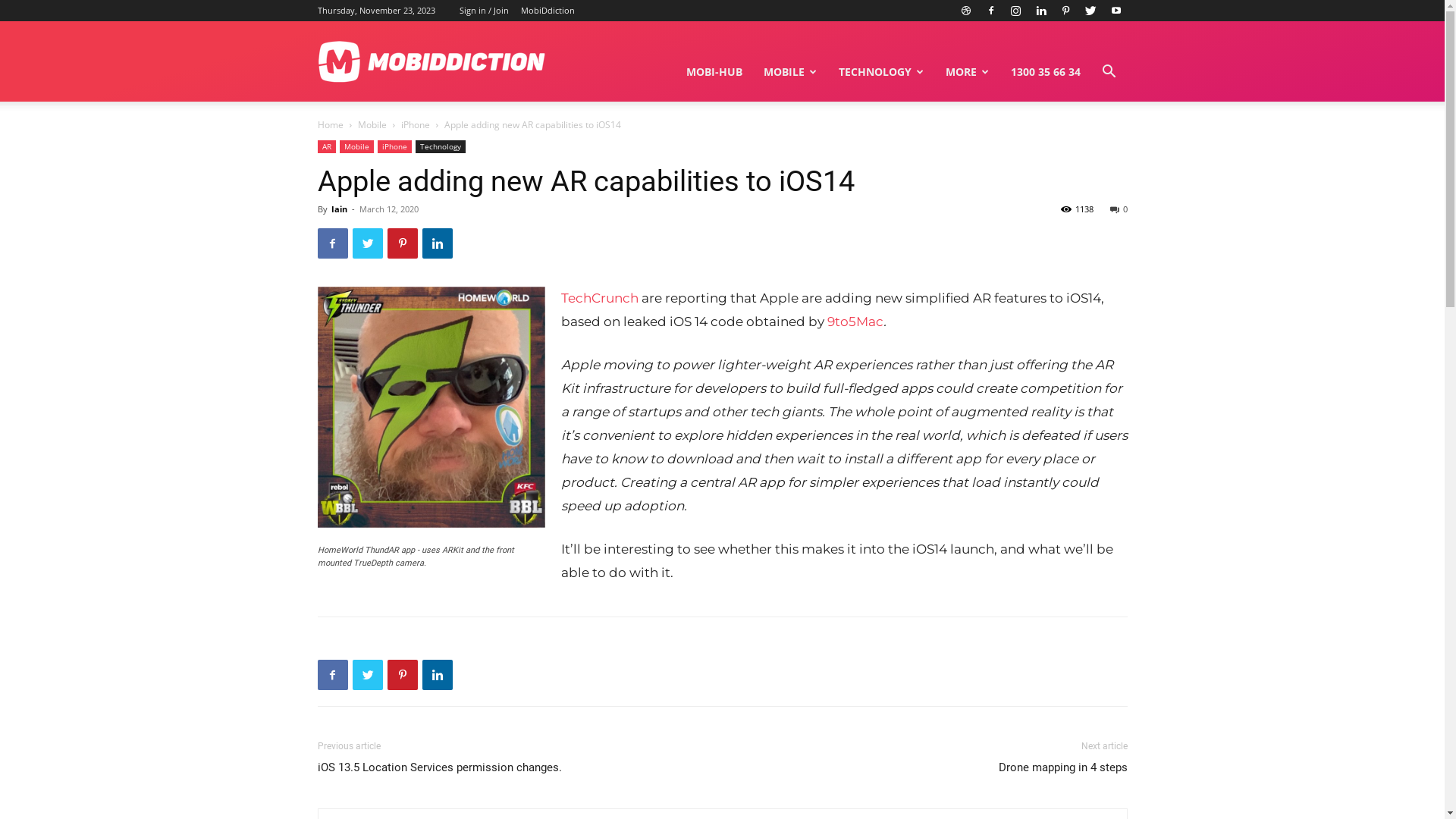 The width and height of the screenshot is (1456, 819). Describe the element at coordinates (337, 209) in the screenshot. I see `'Iain'` at that location.